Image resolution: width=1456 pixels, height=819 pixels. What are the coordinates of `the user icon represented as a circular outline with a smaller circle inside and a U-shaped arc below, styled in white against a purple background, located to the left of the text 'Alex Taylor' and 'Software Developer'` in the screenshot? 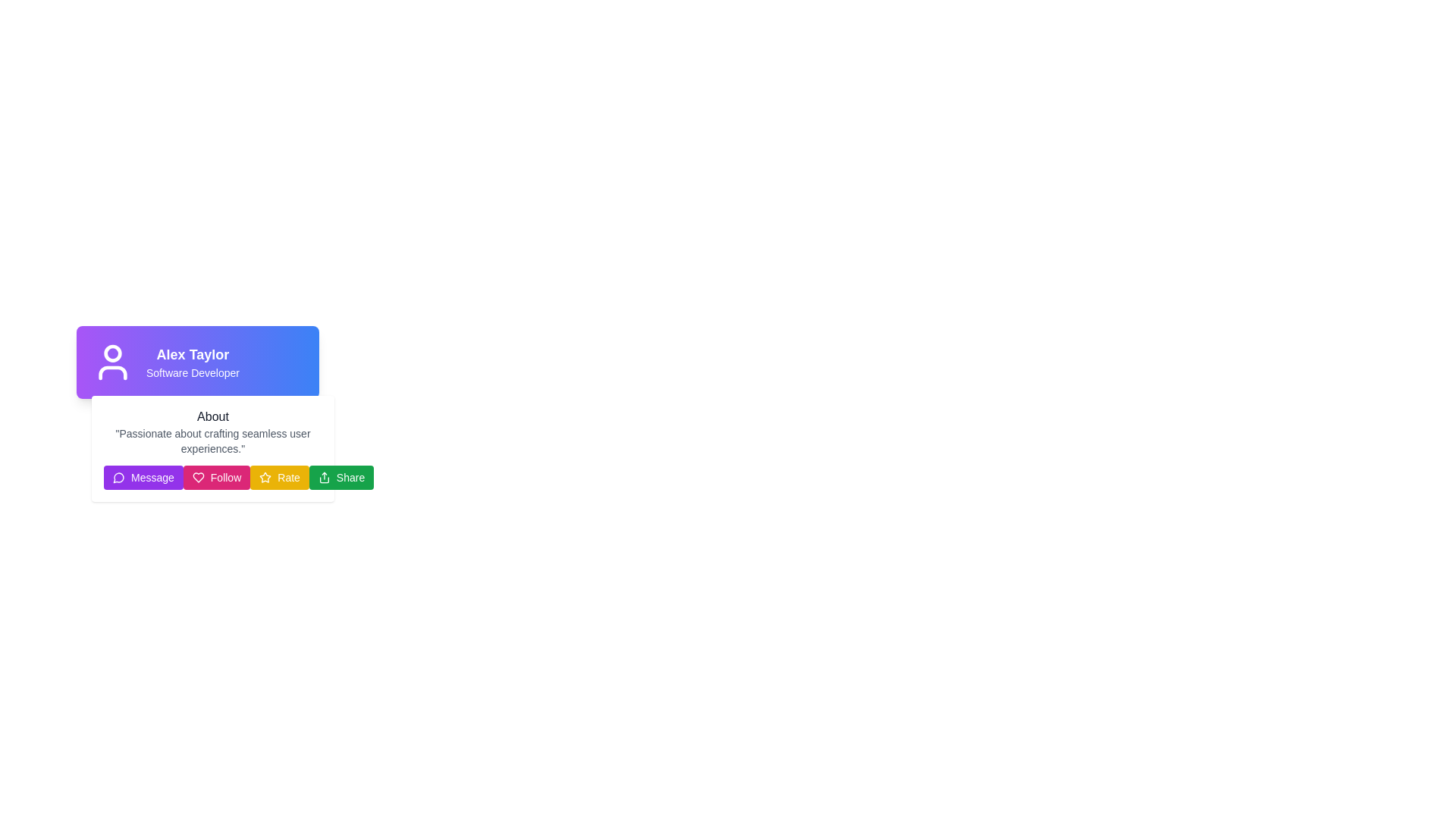 It's located at (111, 362).